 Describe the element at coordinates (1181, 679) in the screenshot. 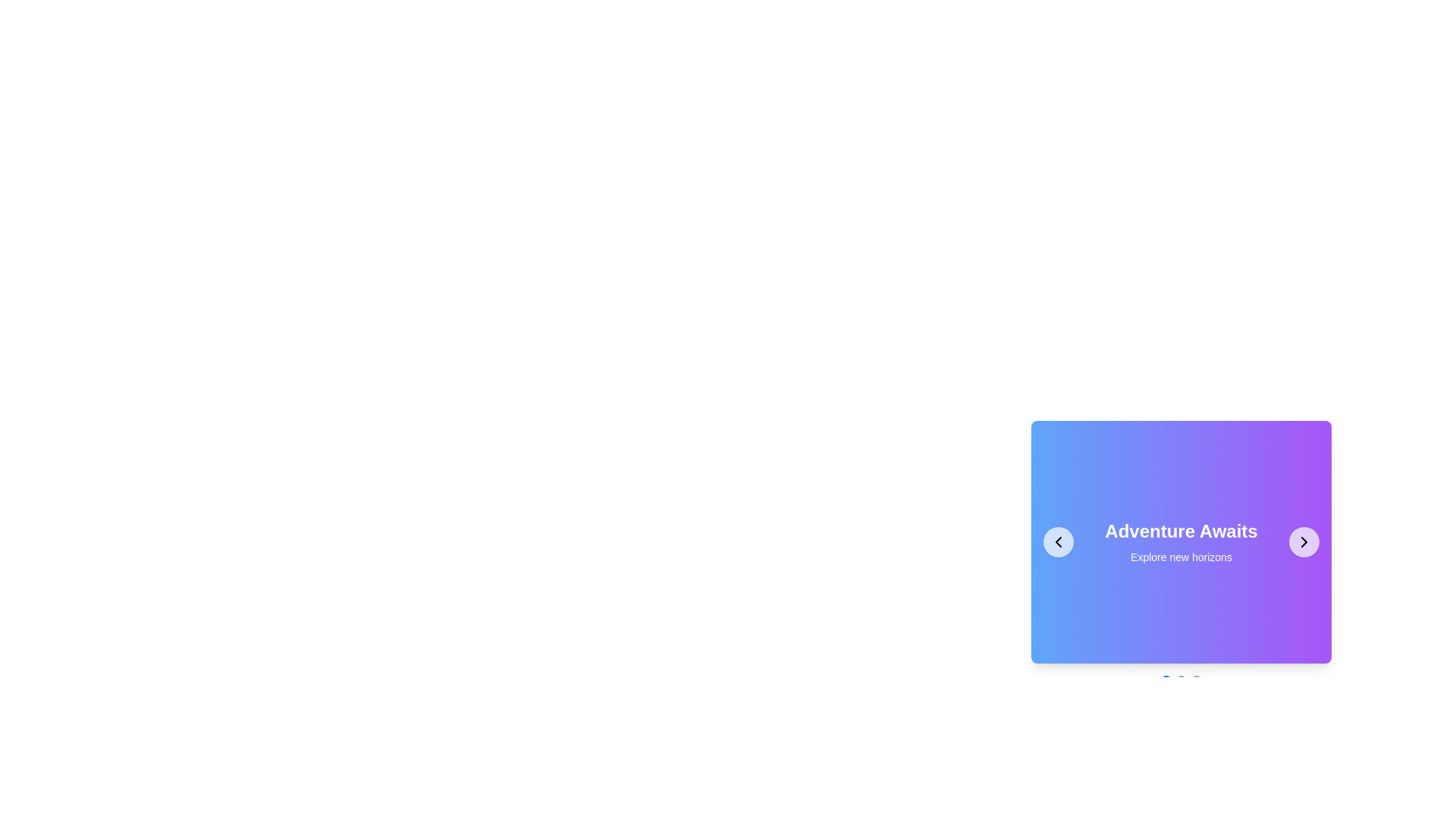

I see `the second dot in the pagination indicator` at that location.